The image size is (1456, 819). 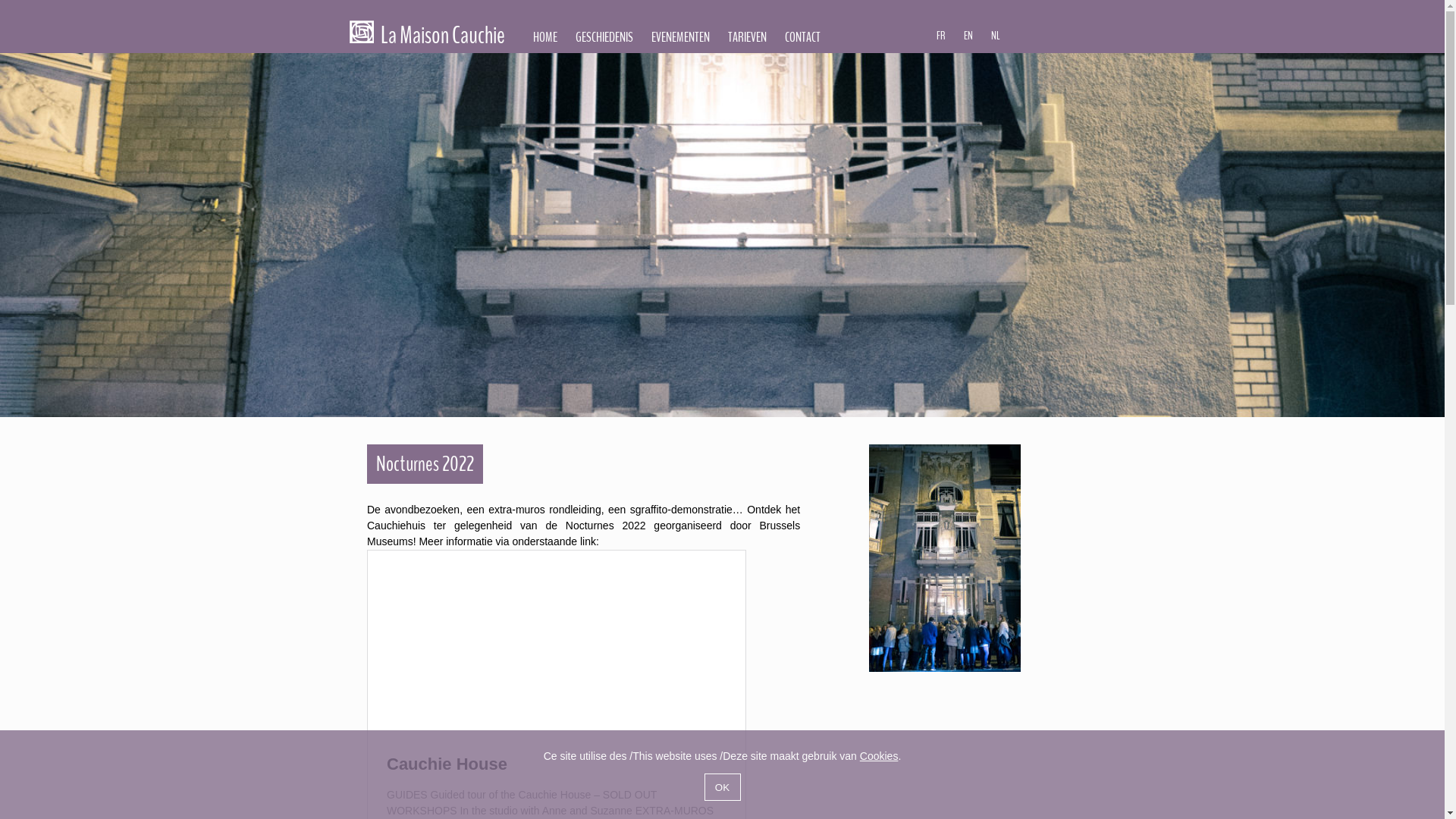 I want to click on 'La Maison Cauchie - Nocturnes 2022', so click(x=944, y=558).